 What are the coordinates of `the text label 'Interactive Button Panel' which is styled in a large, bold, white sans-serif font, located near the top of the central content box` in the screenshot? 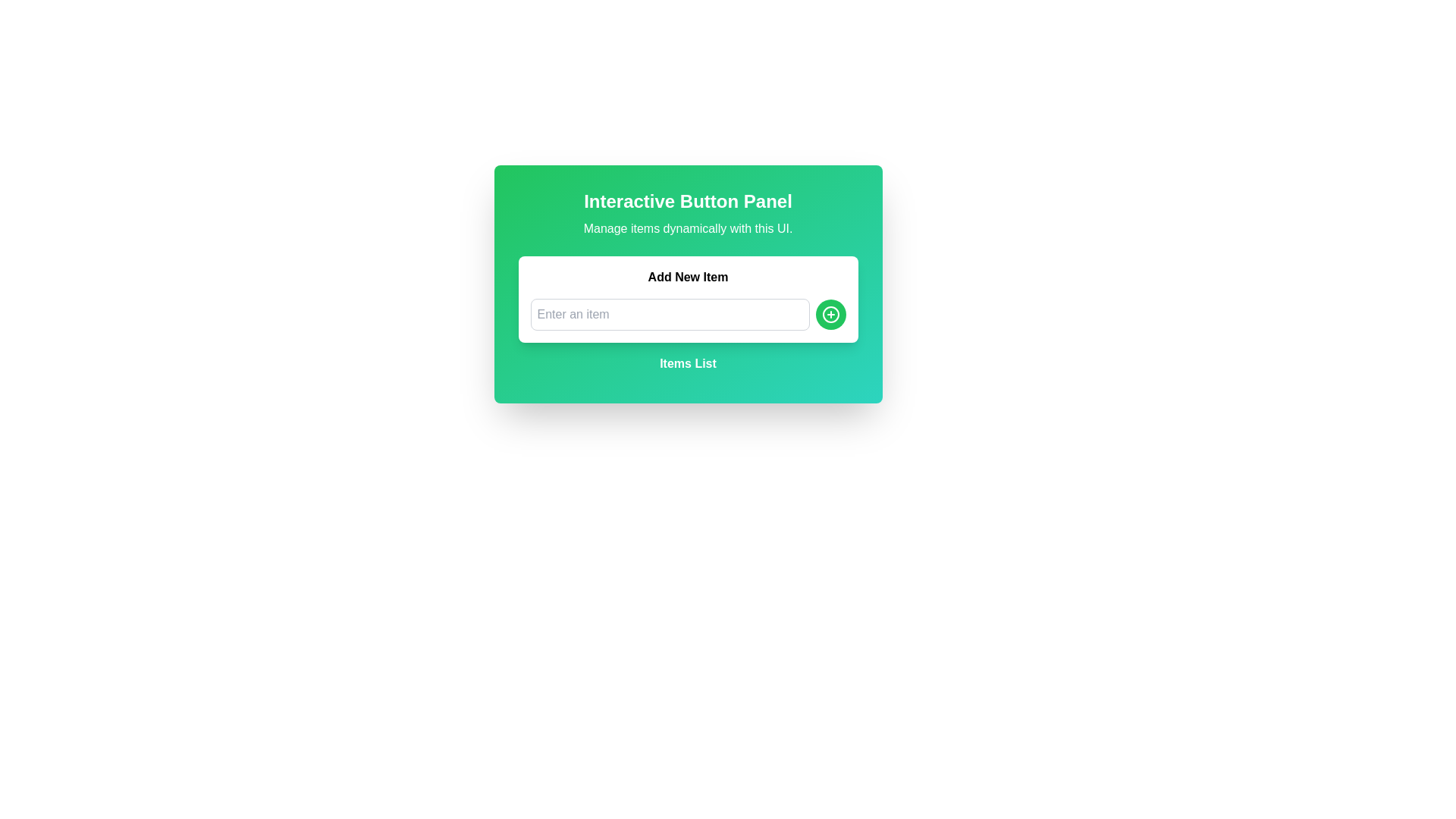 It's located at (687, 201).